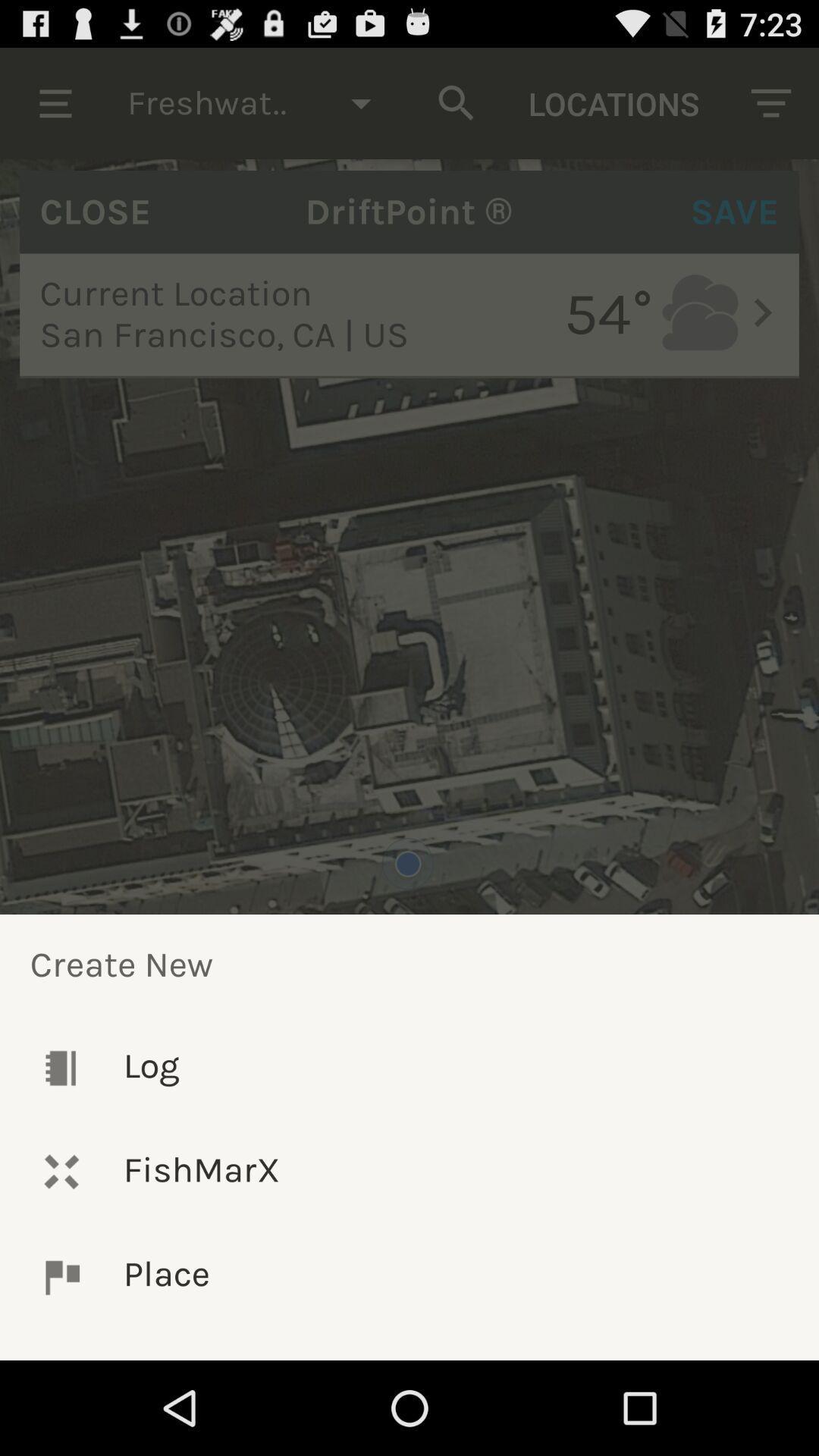 The width and height of the screenshot is (819, 1456). Describe the element at coordinates (409, 1067) in the screenshot. I see `log` at that location.